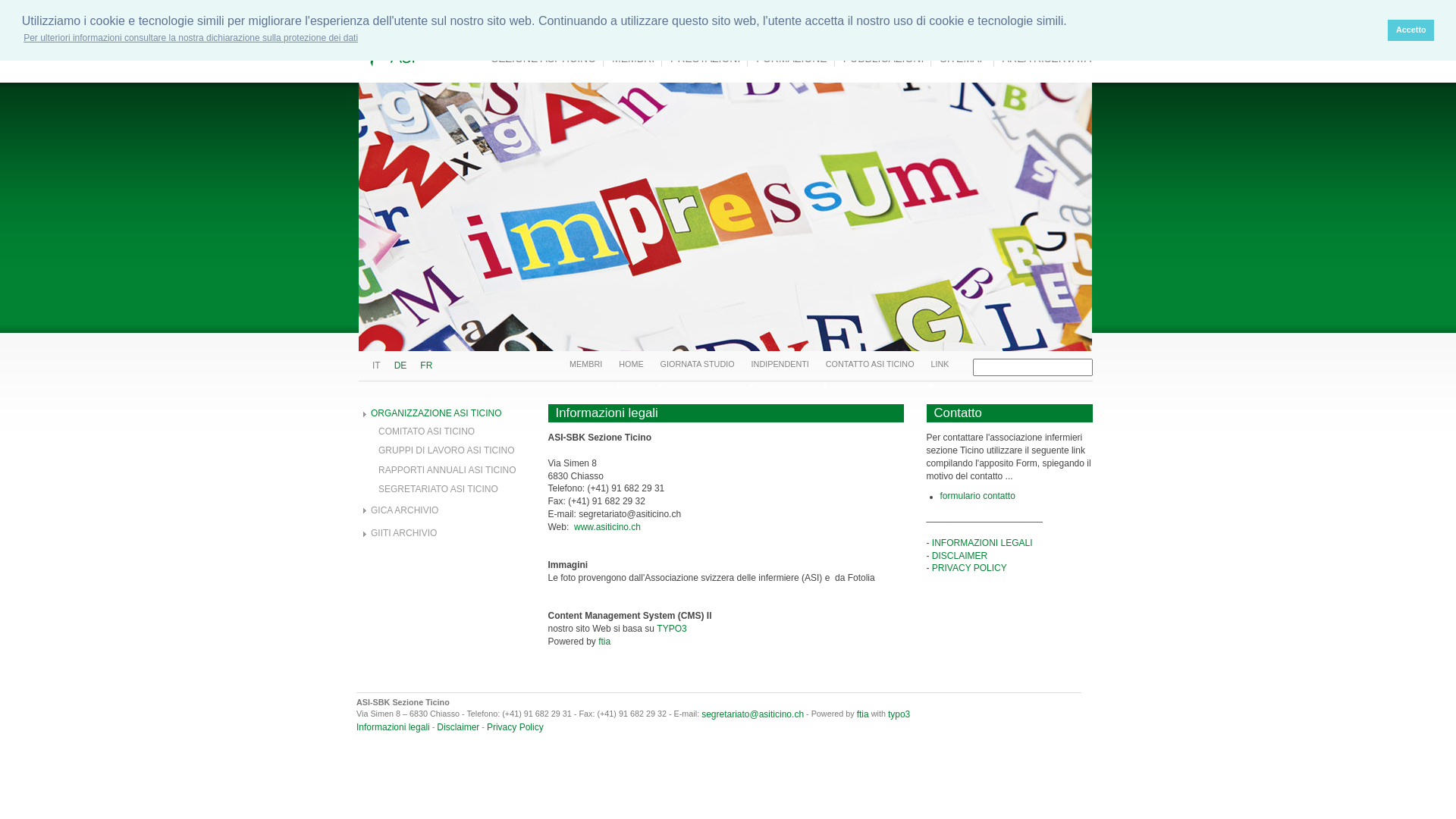  What do you see at coordinates (597, 641) in the screenshot?
I see `'ftia'` at bounding box center [597, 641].